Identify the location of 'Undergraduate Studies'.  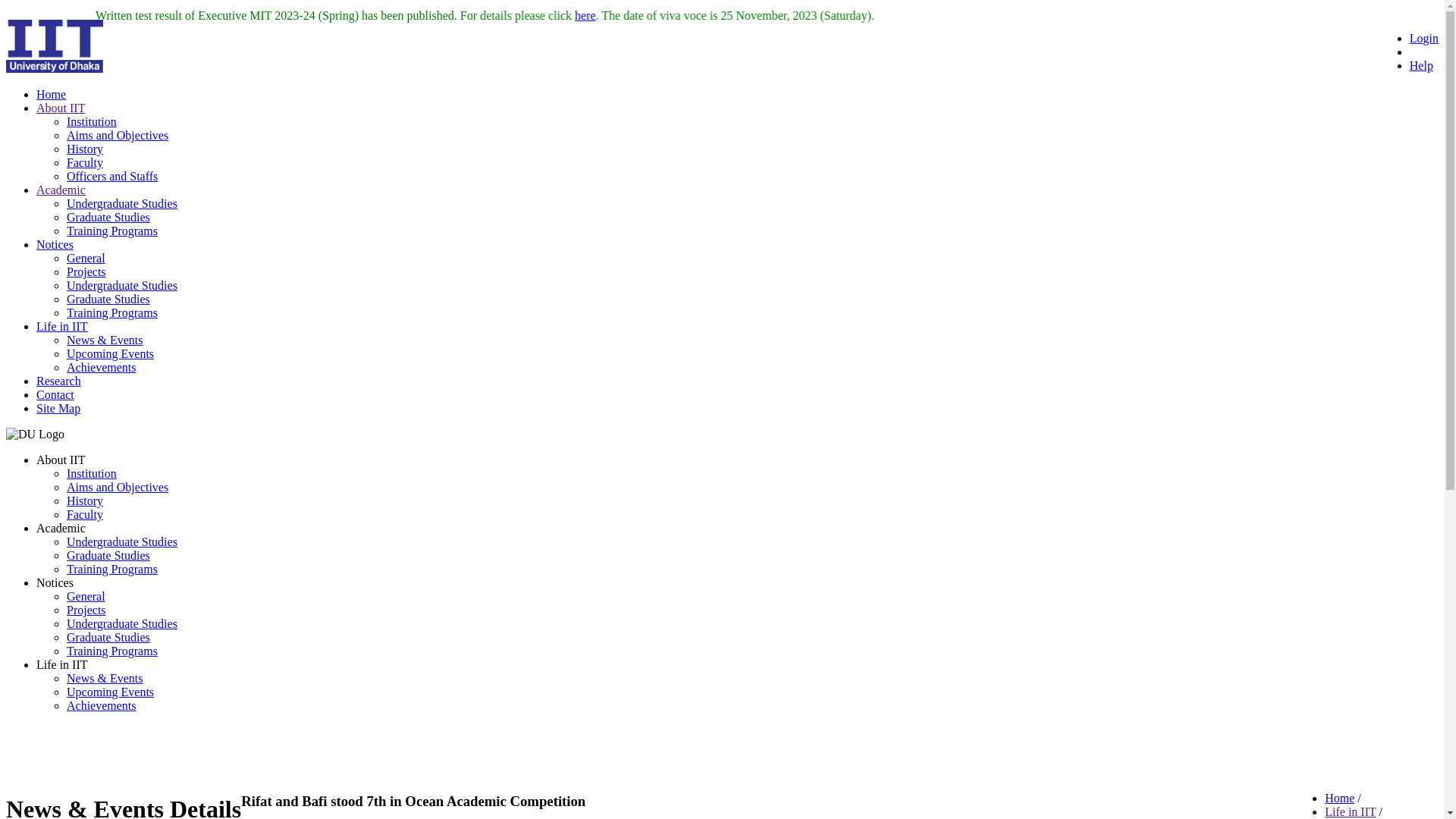
(122, 285).